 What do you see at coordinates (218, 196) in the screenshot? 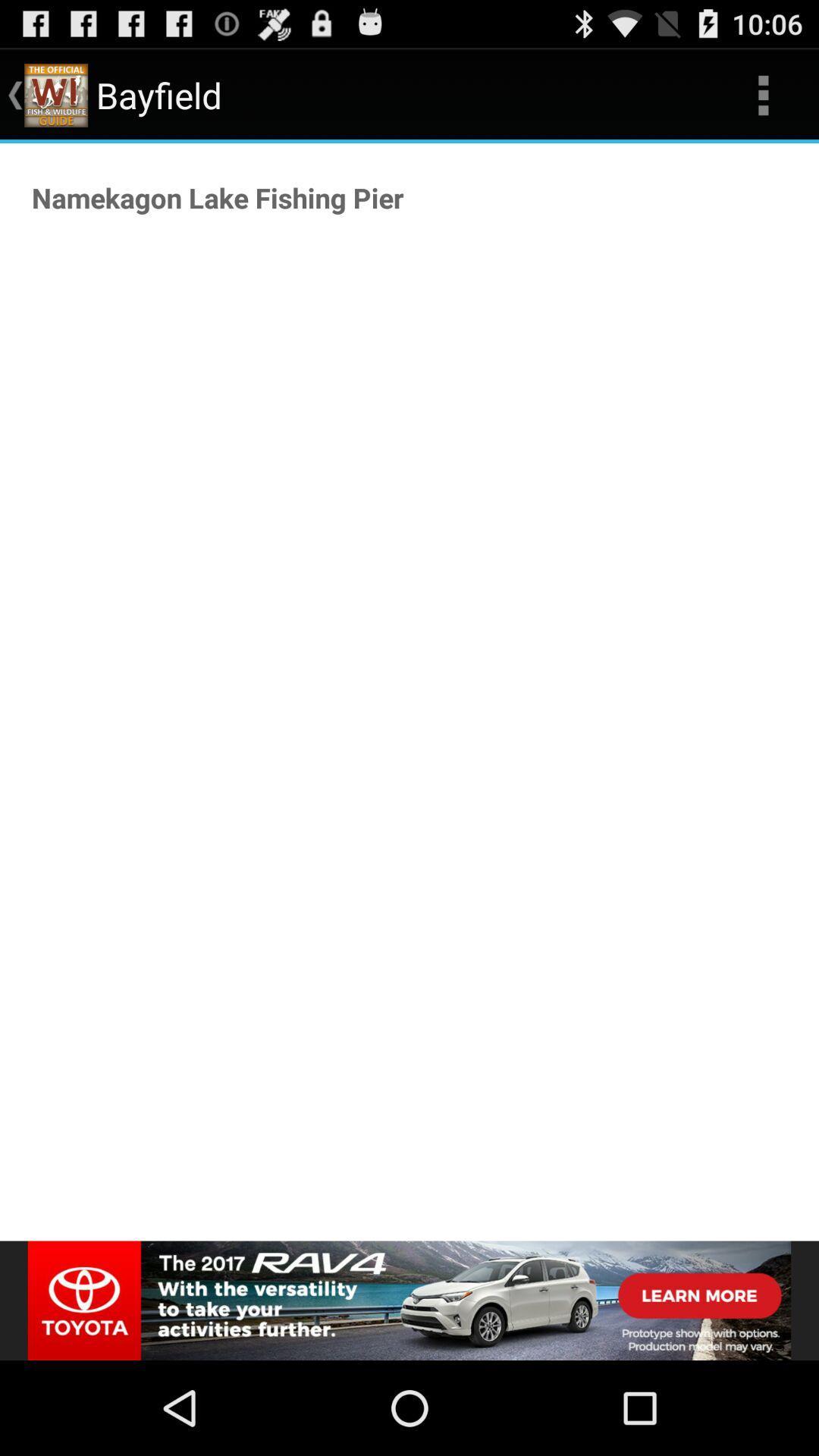
I see `the namekagon lake fishing app` at bounding box center [218, 196].